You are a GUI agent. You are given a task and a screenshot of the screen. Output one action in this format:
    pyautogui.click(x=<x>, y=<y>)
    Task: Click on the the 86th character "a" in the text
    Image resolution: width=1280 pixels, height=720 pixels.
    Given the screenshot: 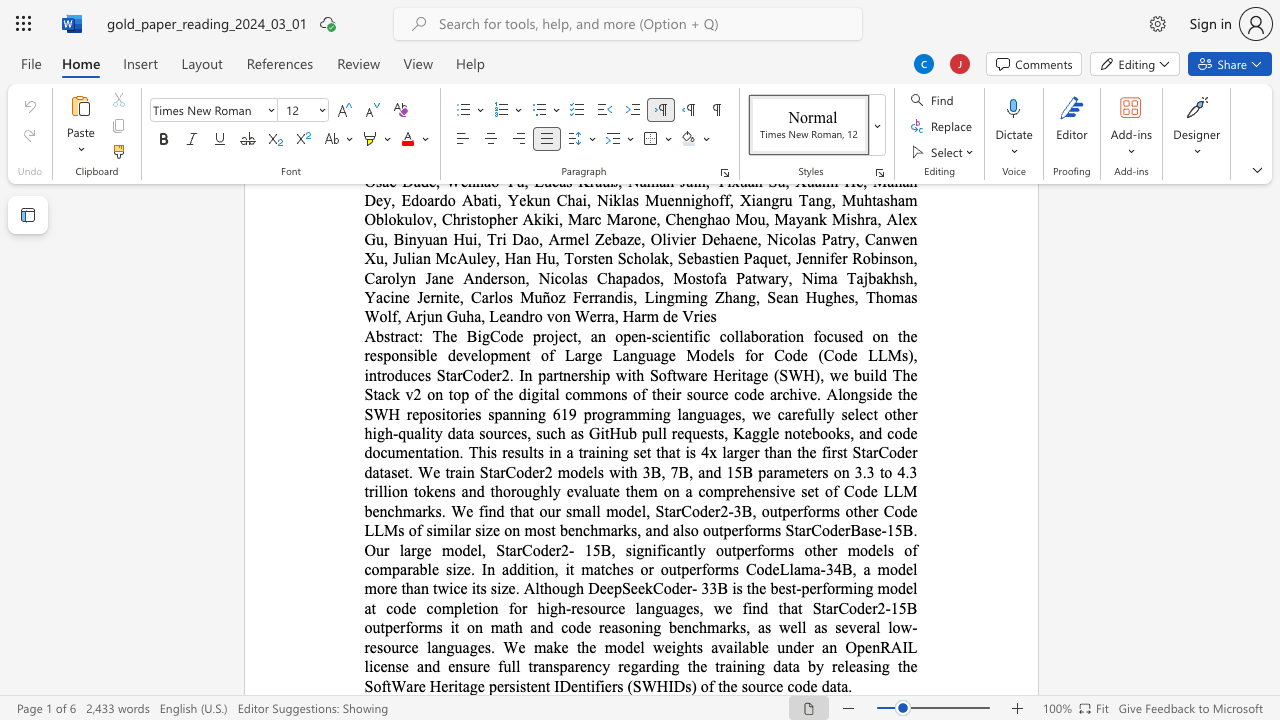 What is the action you would take?
    pyautogui.click(x=642, y=666)
    